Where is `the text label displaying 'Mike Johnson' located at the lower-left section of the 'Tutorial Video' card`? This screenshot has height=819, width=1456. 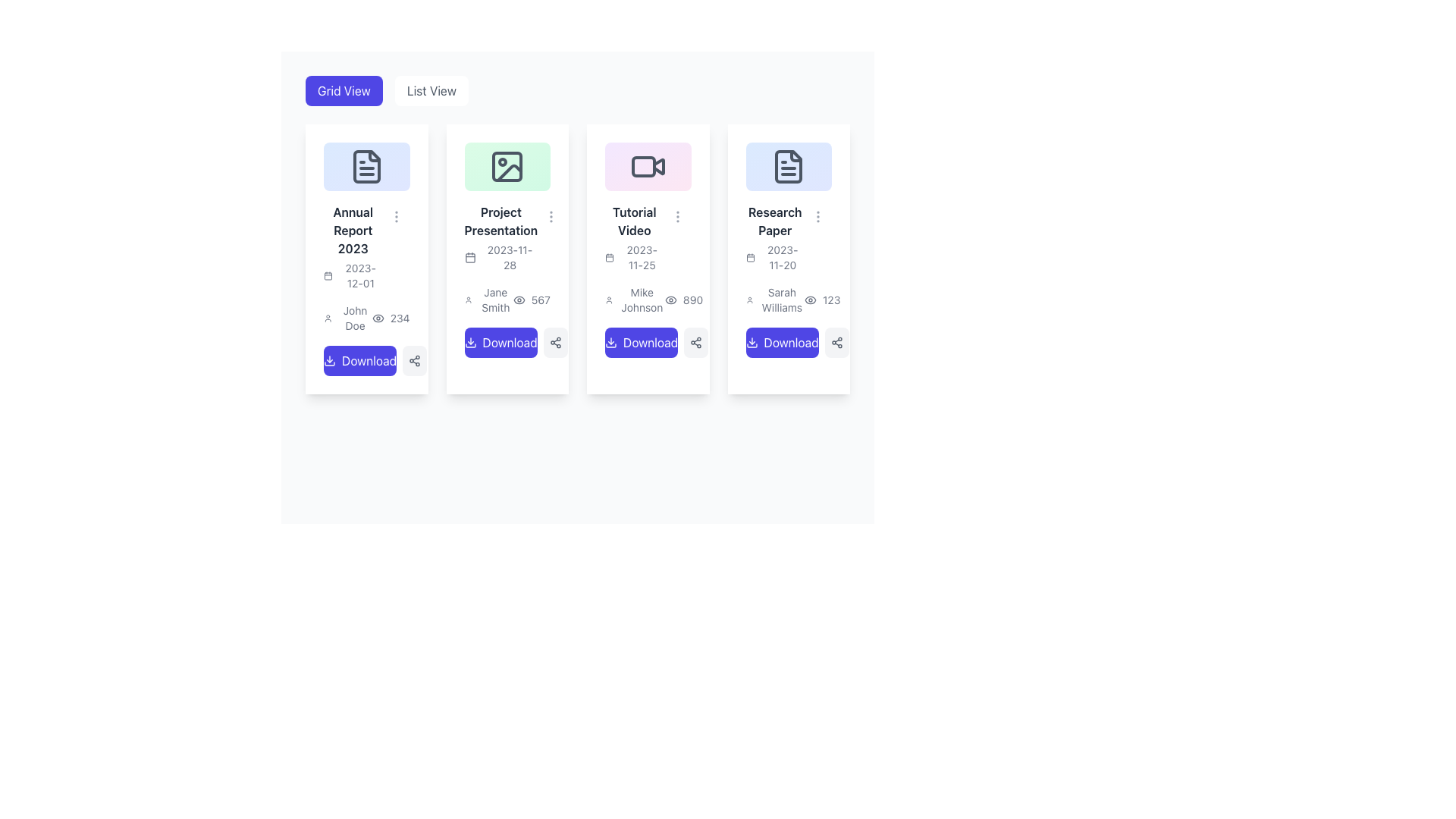
the text label displaying 'Mike Johnson' located at the lower-left section of the 'Tutorial Video' card is located at coordinates (642, 300).